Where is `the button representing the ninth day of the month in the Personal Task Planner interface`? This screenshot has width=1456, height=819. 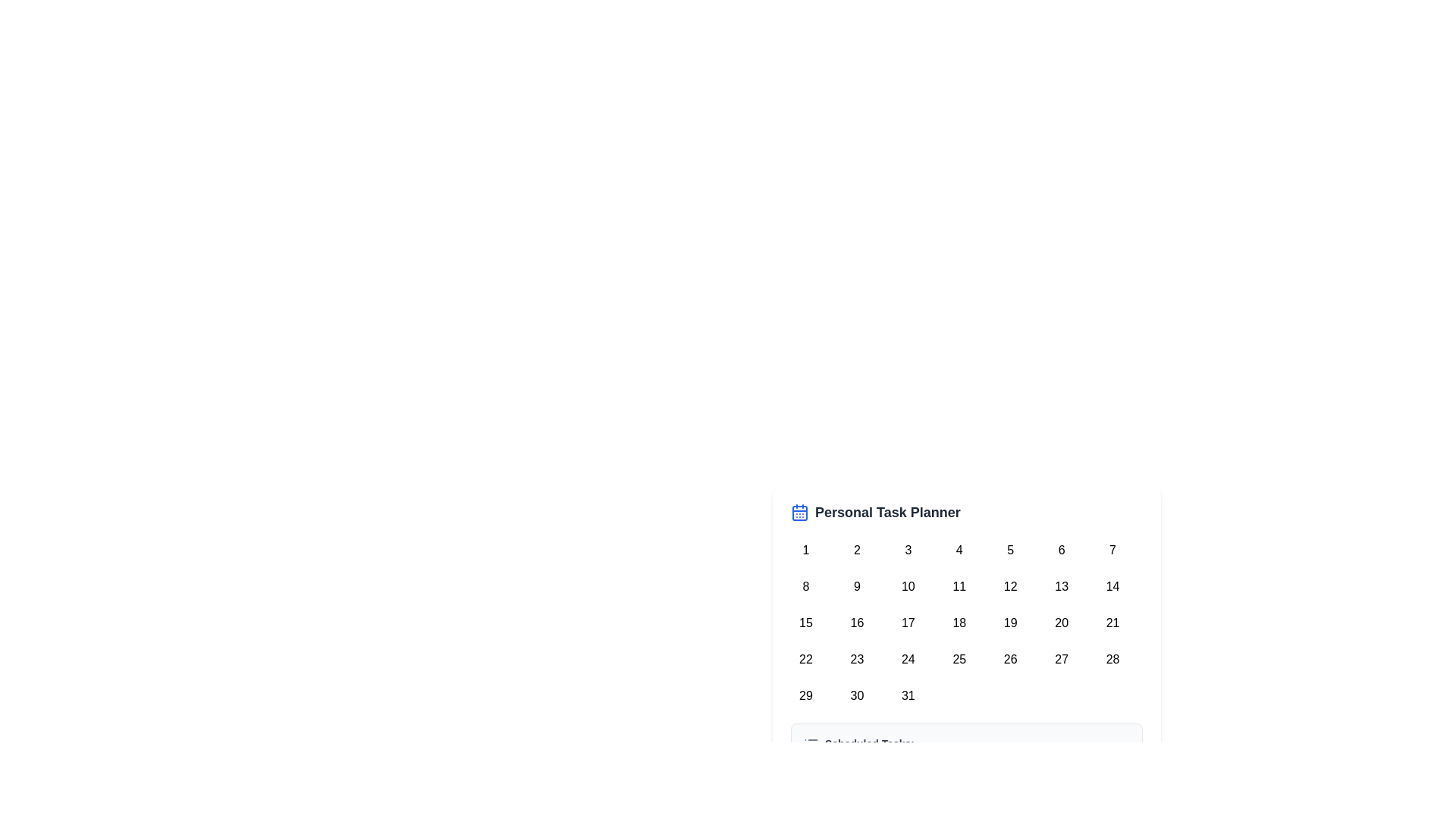 the button representing the ninth day of the month in the Personal Task Planner interface is located at coordinates (857, 586).